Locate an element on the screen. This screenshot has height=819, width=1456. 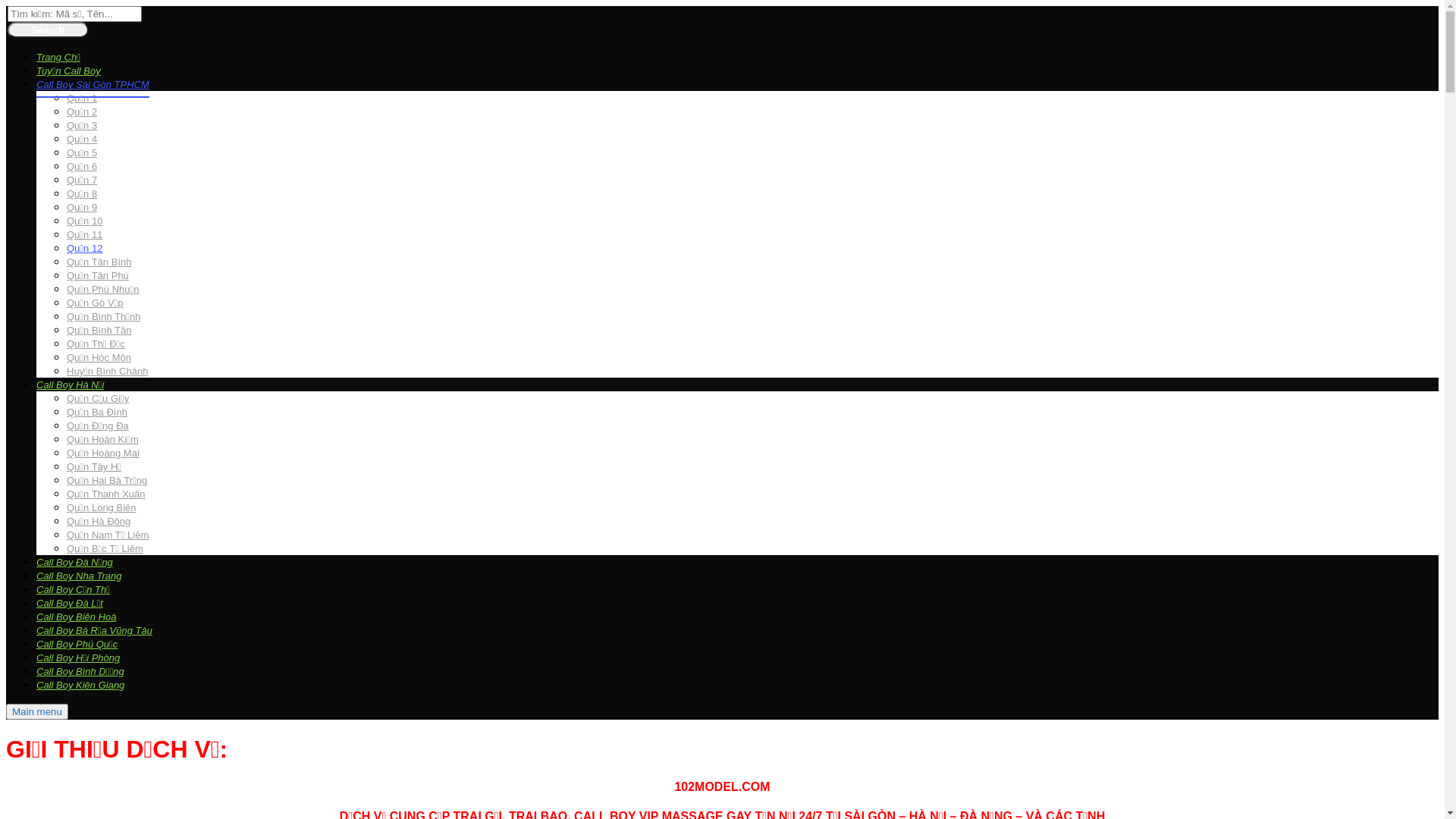
'Call Boy Nha Trang' is located at coordinates (78, 576).